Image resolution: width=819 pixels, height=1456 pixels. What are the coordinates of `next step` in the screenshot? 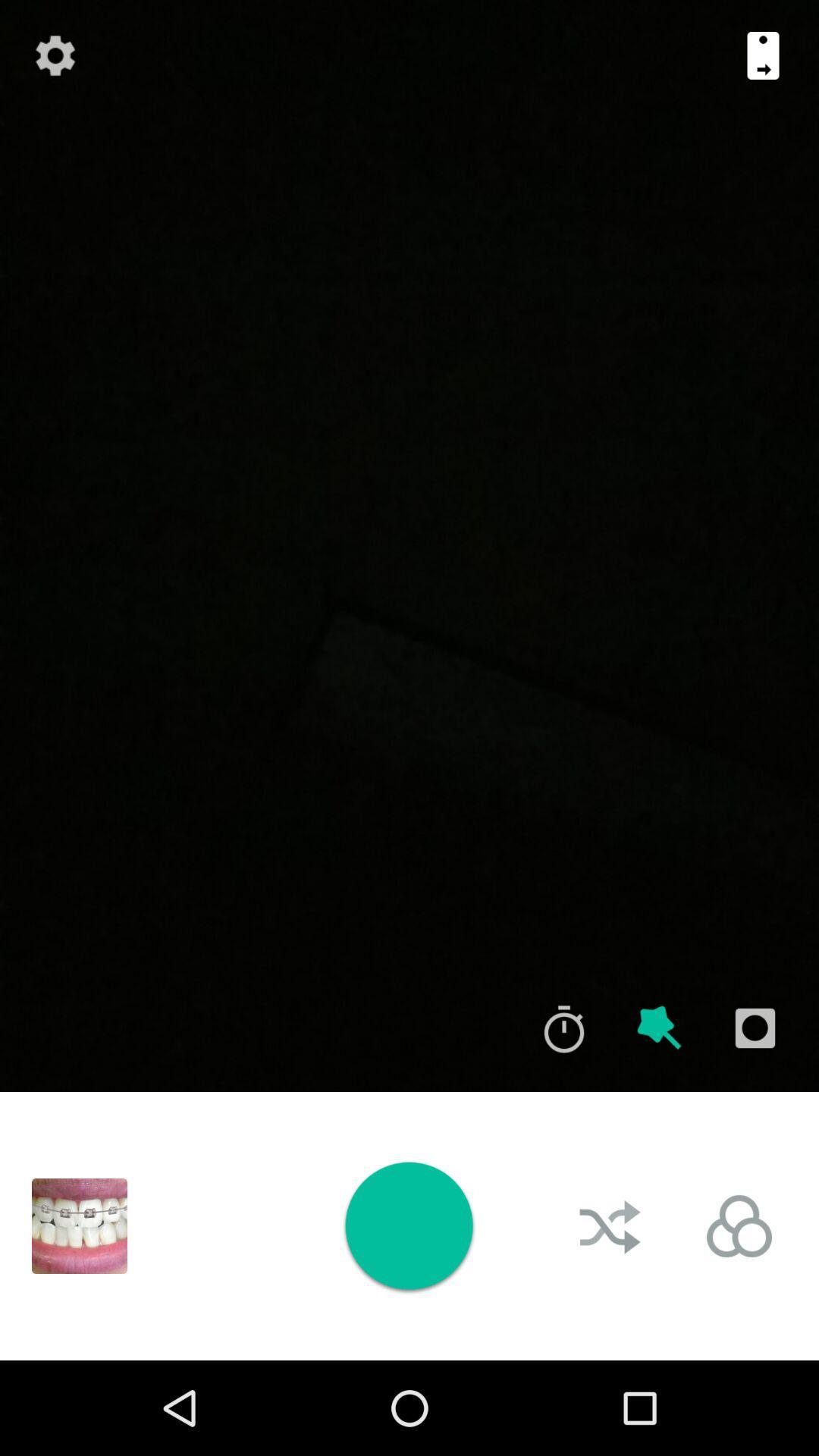 It's located at (763, 55).